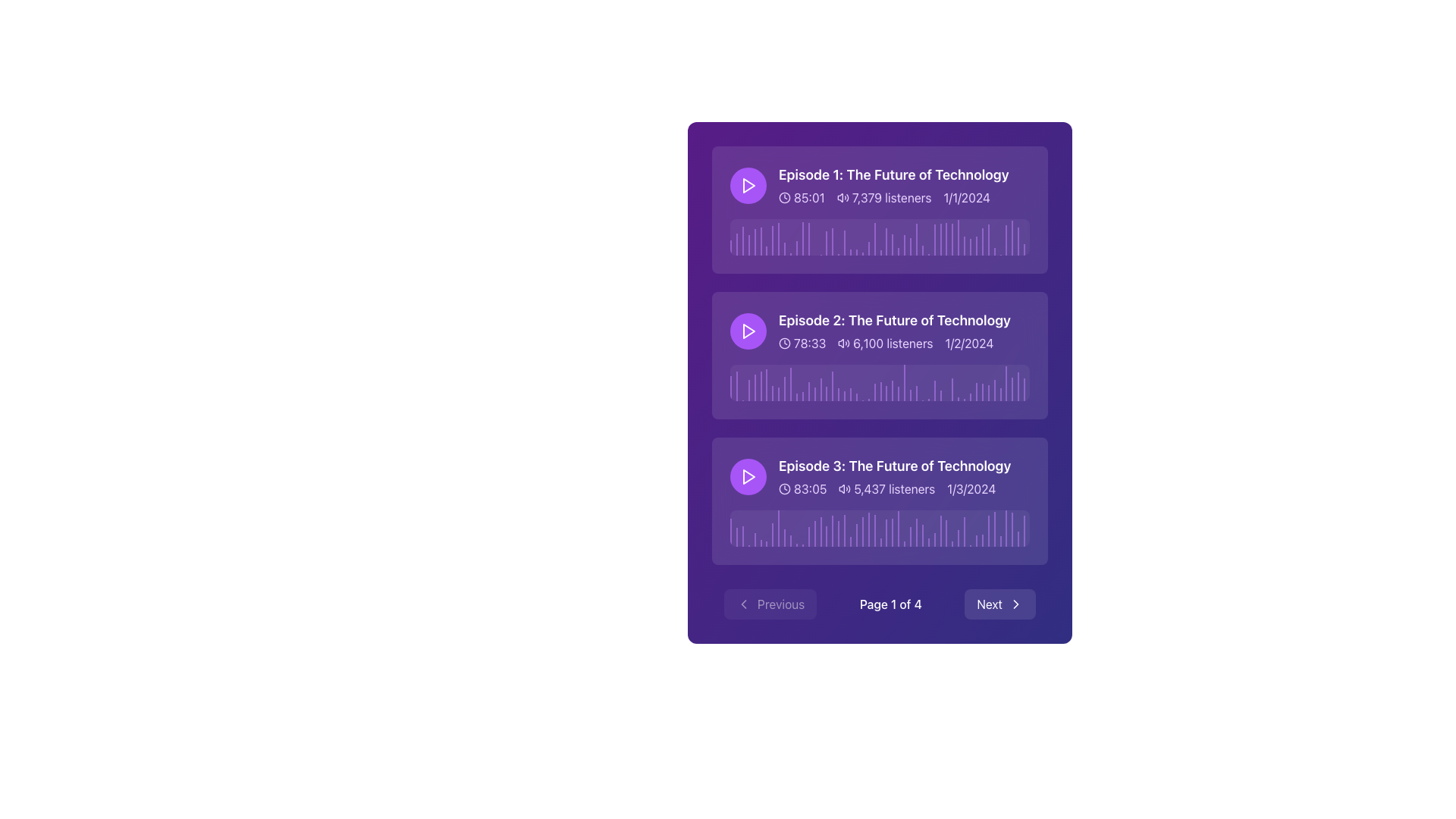 The width and height of the screenshot is (1456, 819). I want to click on the purple, semi-transparent vertical progress indicator located in the second row of the episode cards to interact with it, so click(905, 244).